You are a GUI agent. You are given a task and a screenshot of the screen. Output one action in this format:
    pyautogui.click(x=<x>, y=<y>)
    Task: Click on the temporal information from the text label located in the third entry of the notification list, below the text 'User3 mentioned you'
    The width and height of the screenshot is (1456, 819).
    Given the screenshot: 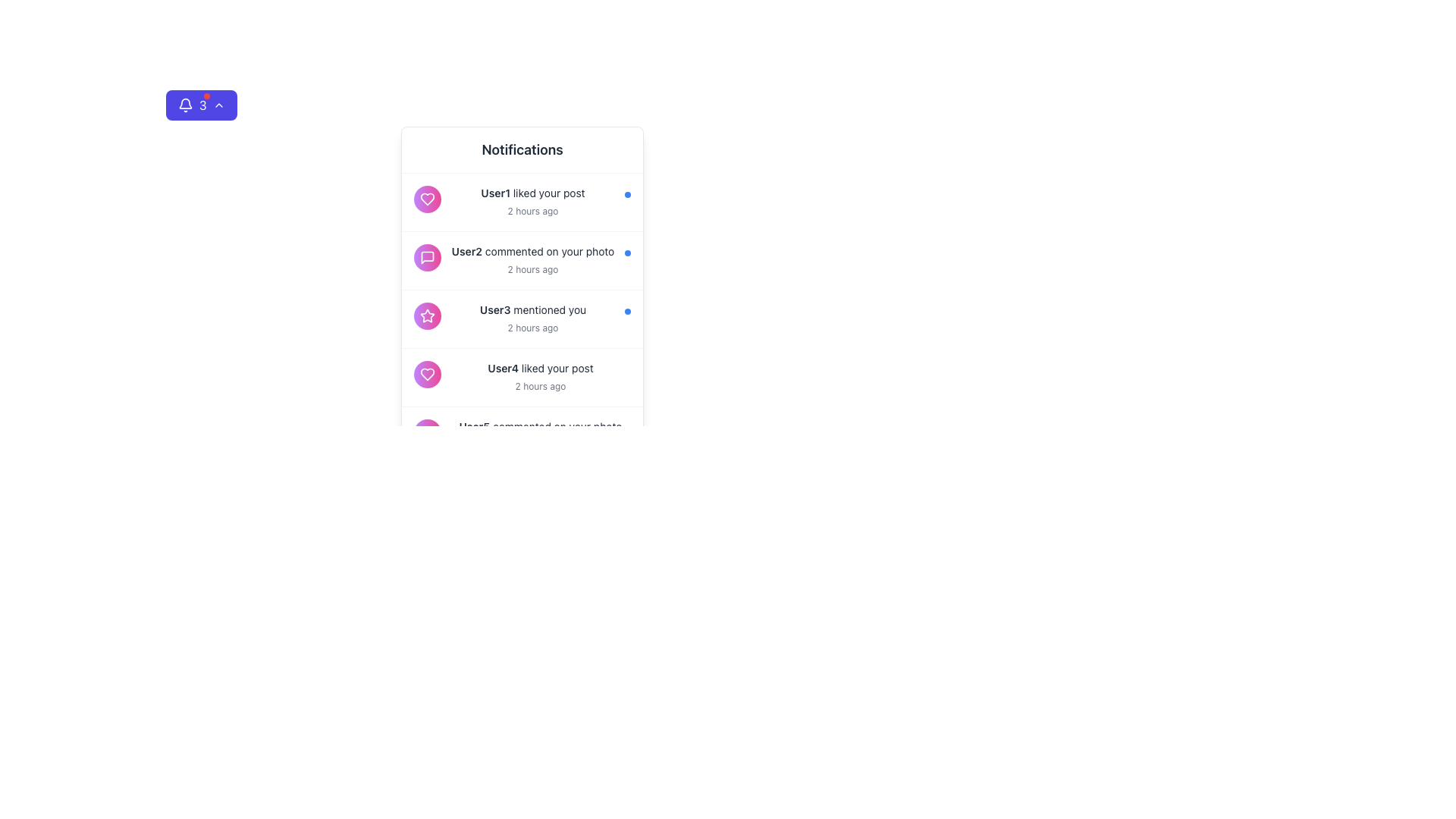 What is the action you would take?
    pyautogui.click(x=532, y=327)
    